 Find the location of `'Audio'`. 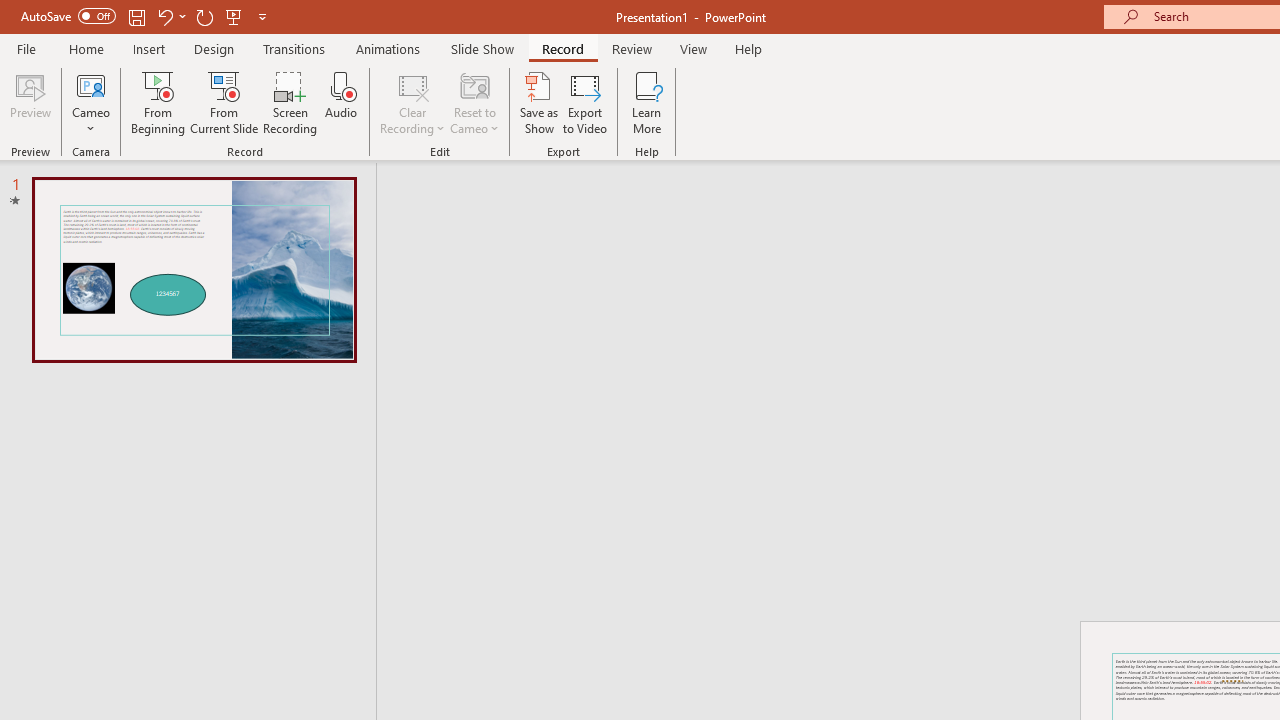

'Audio' is located at coordinates (341, 103).